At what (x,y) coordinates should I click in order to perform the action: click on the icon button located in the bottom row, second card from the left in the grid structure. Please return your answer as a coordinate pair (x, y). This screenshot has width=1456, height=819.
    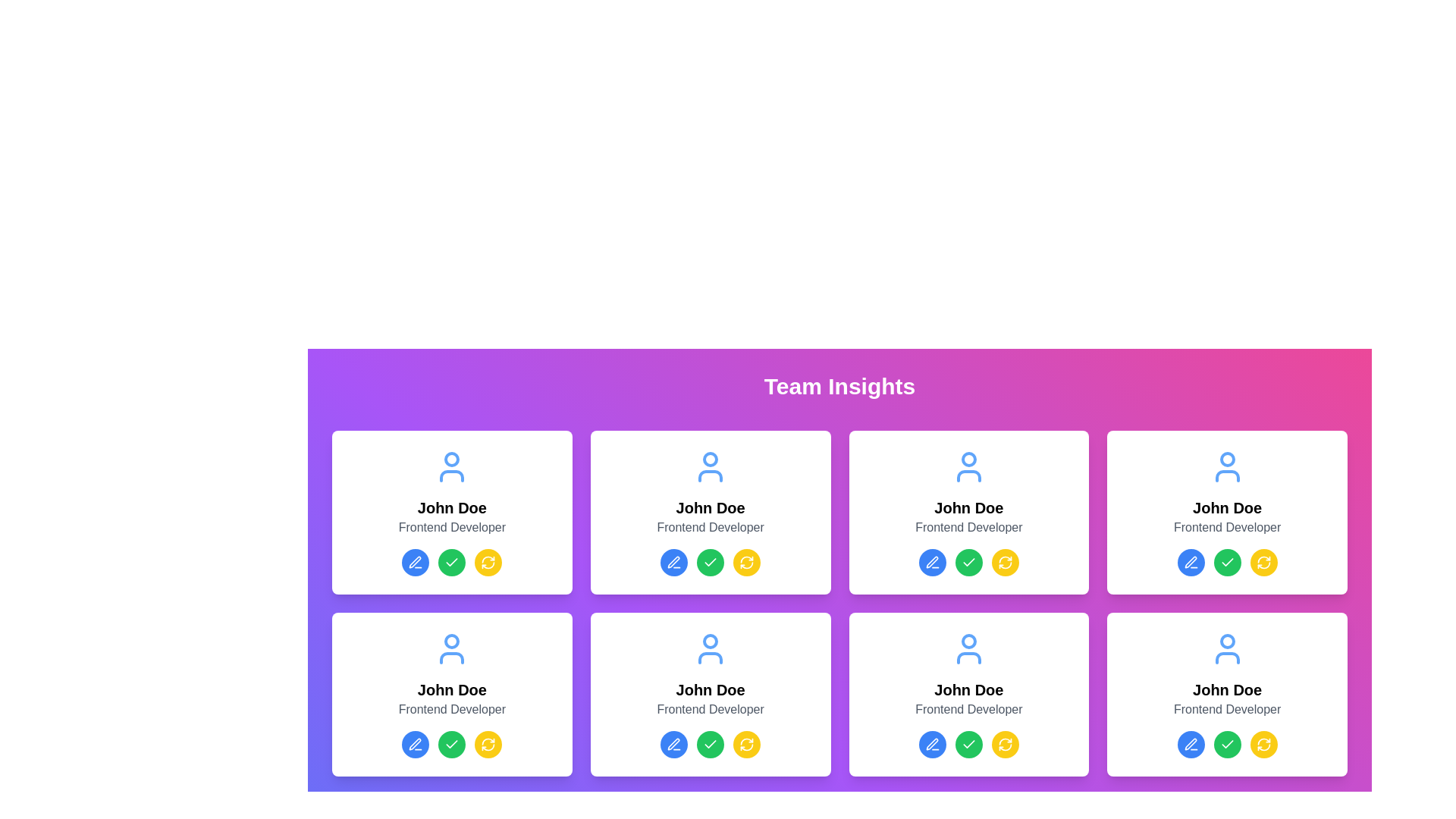
    Looking at the image, I should click on (488, 744).